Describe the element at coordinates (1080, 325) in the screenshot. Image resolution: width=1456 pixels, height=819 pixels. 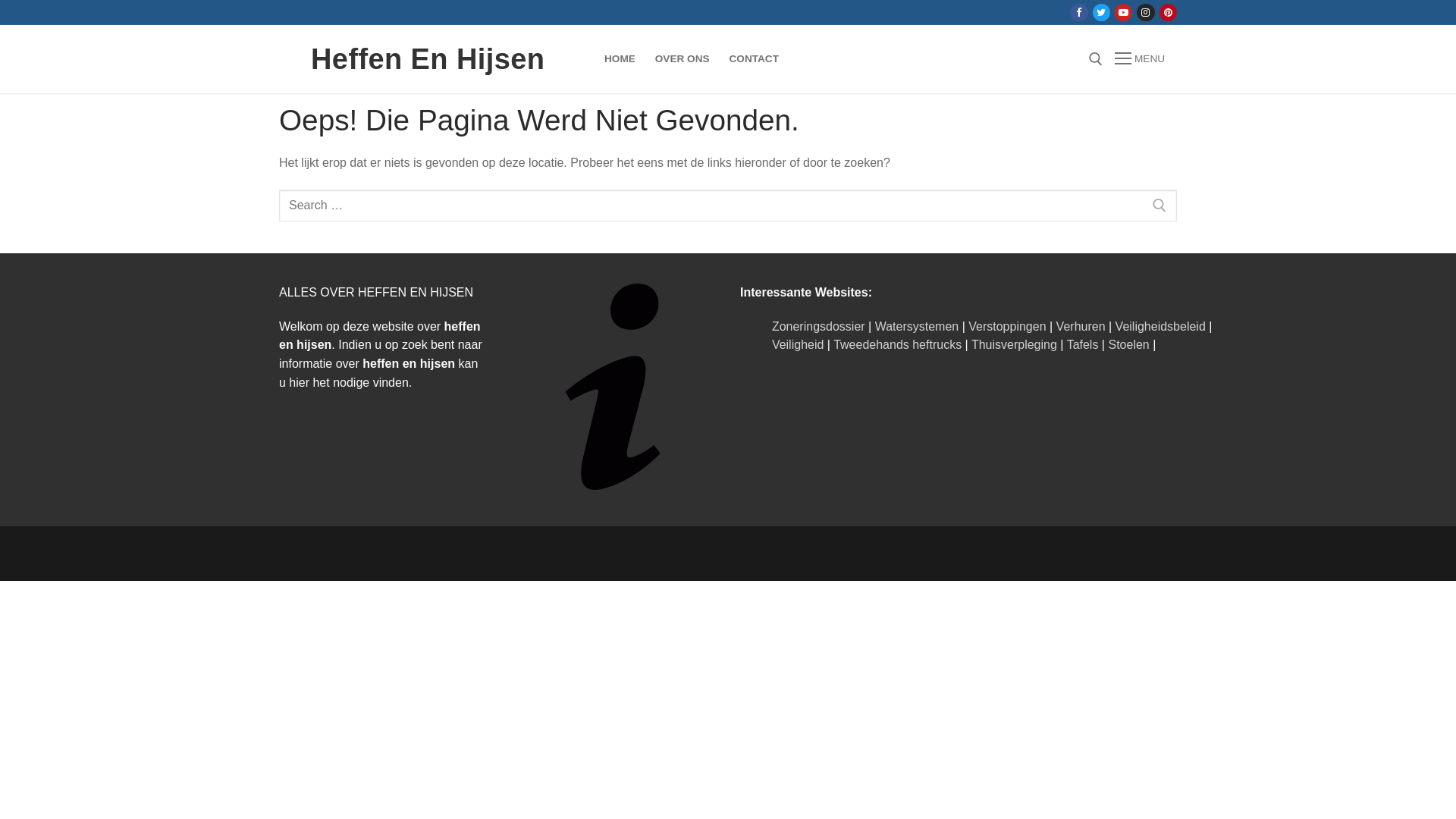
I see `'Verhuren'` at that location.